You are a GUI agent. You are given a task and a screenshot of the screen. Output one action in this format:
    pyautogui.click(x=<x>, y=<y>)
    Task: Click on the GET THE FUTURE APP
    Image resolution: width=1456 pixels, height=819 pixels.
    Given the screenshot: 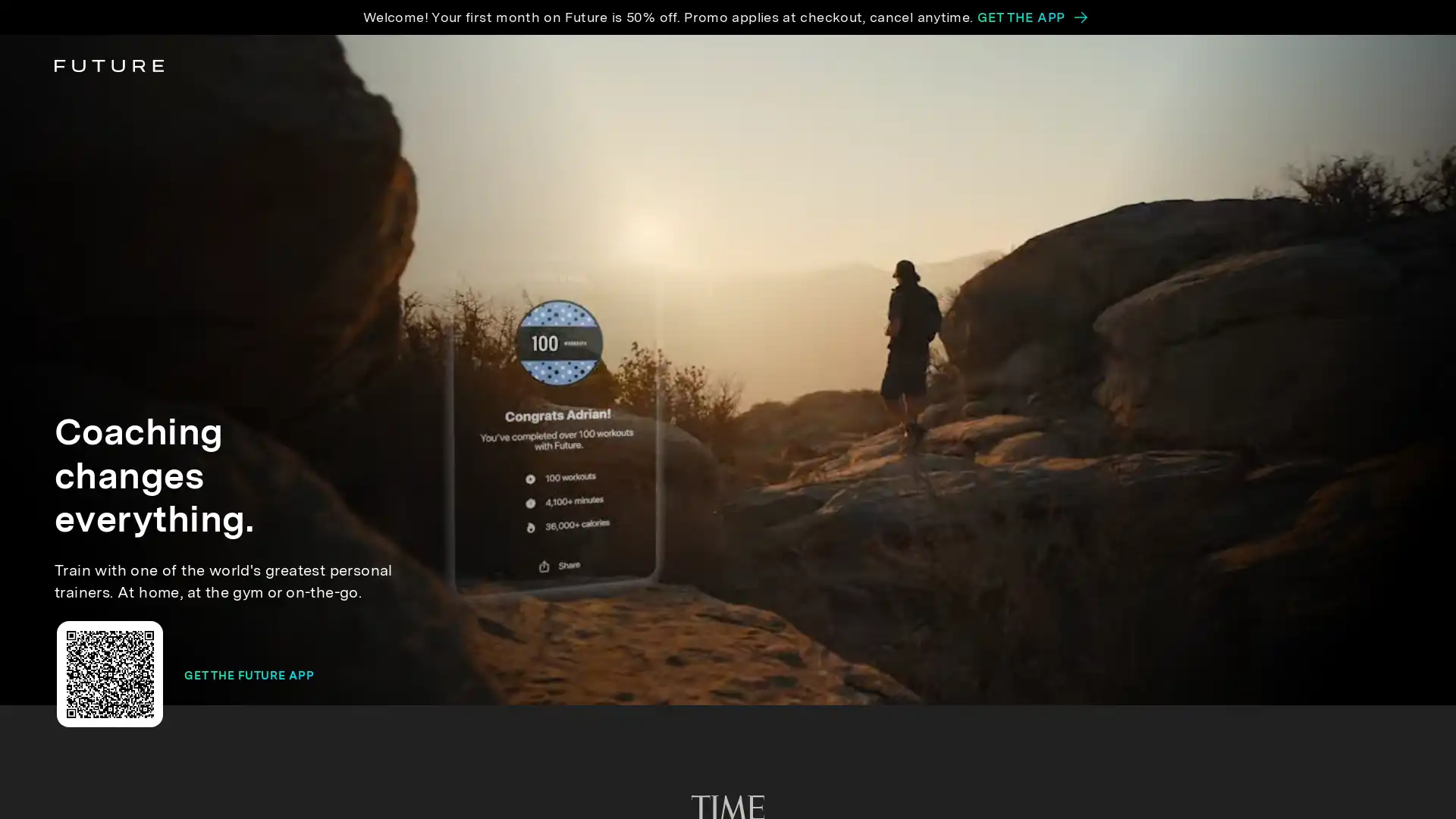 What is the action you would take?
    pyautogui.click(x=249, y=675)
    